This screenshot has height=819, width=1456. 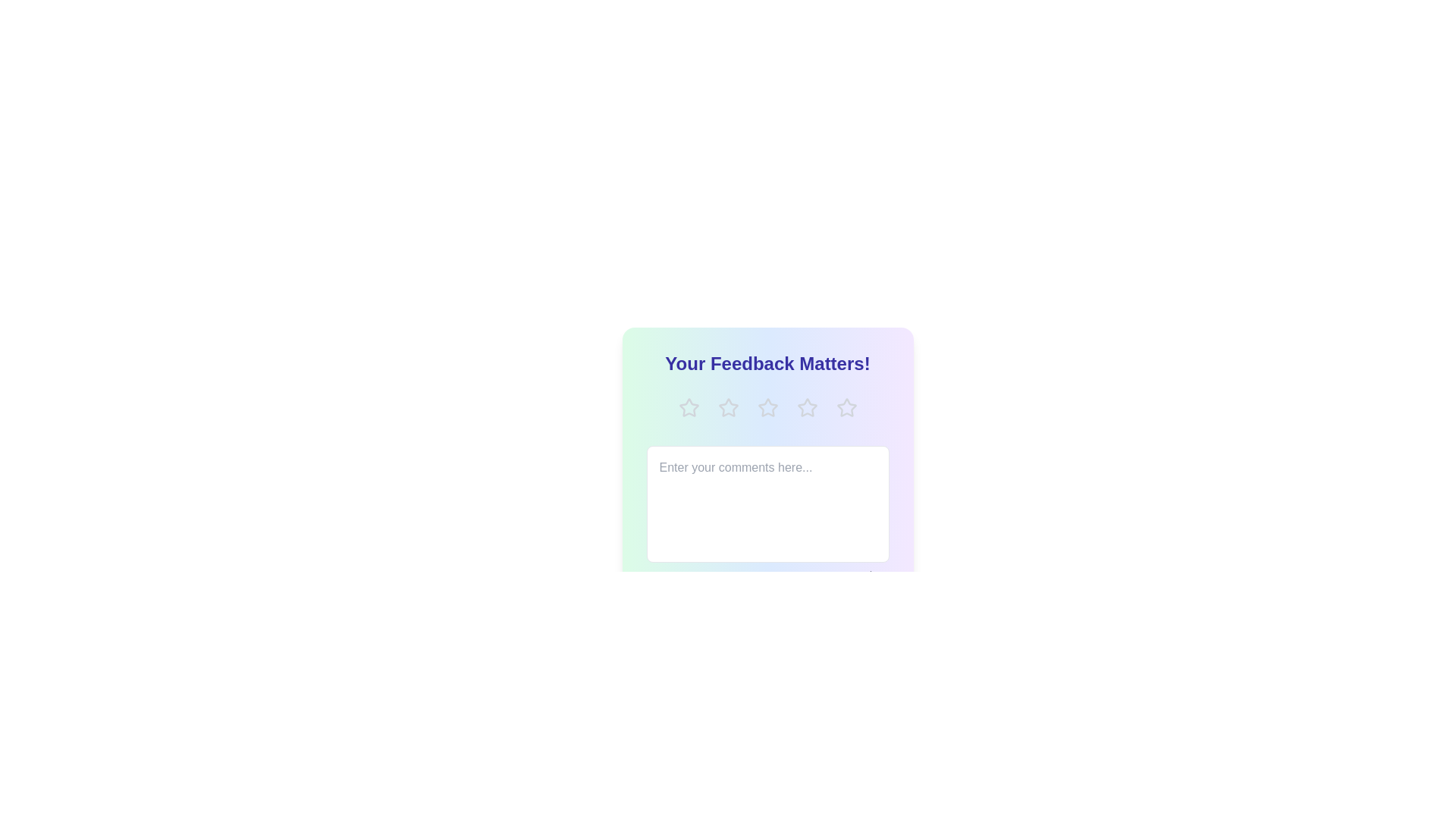 I want to click on the rating to 1 stars by clicking on the corresponding star, so click(x=688, y=406).